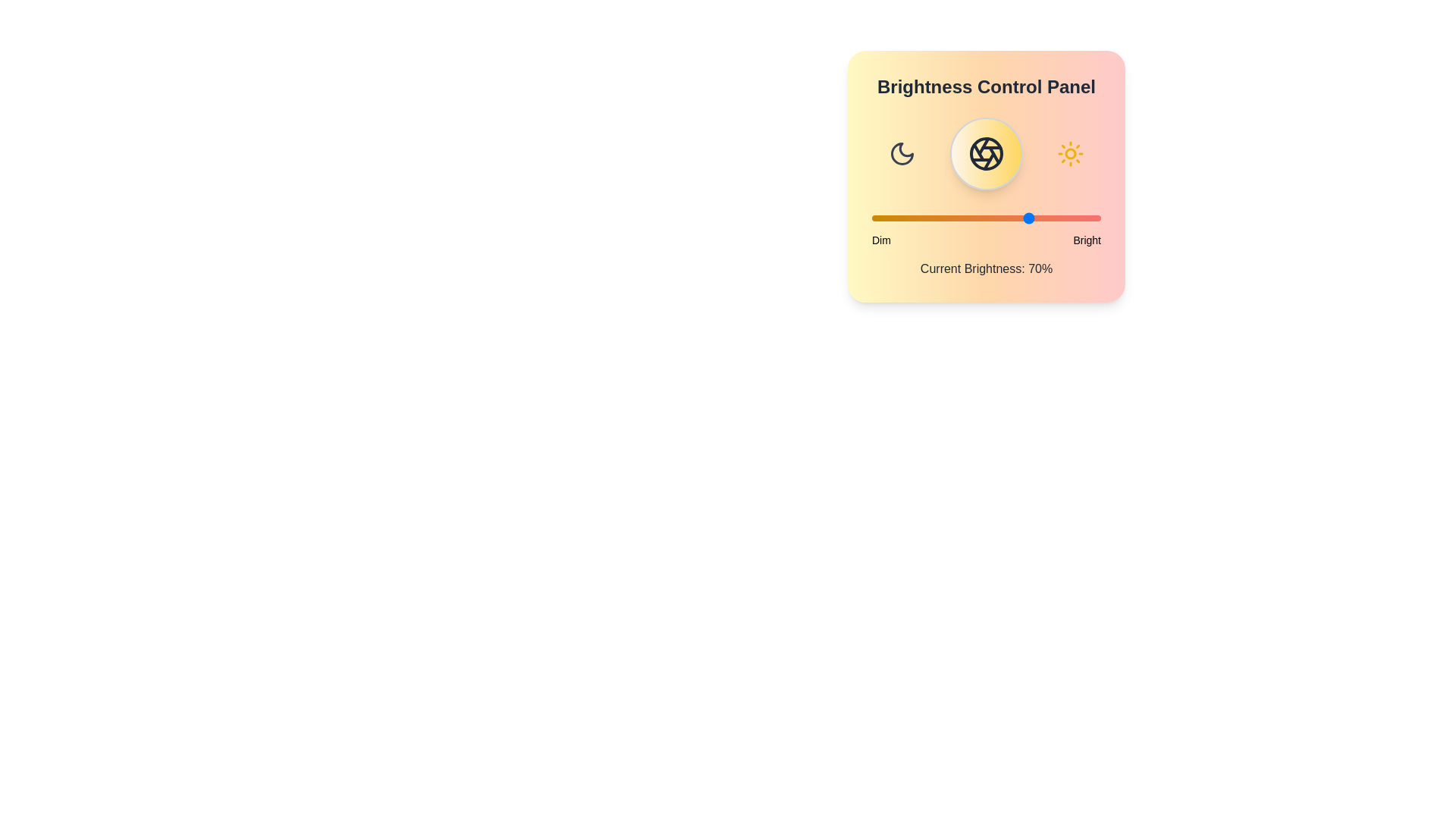  Describe the element at coordinates (989, 218) in the screenshot. I see `the brightness slider to 51%` at that location.